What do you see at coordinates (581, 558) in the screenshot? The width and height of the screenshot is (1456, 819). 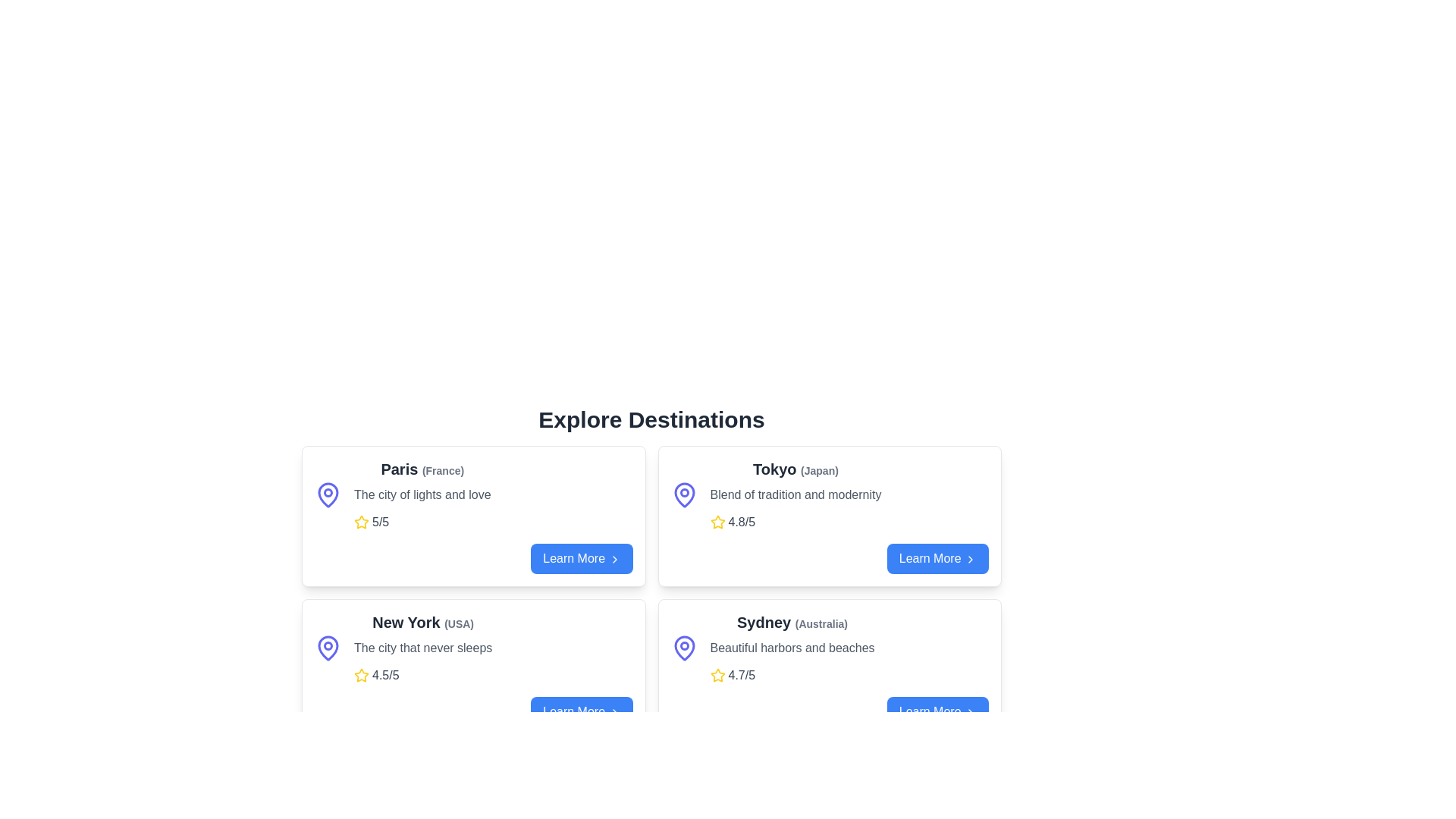 I see `the navigation button located at the bottom-right corner of the second card in the first row of the 2x2 grid` at bounding box center [581, 558].